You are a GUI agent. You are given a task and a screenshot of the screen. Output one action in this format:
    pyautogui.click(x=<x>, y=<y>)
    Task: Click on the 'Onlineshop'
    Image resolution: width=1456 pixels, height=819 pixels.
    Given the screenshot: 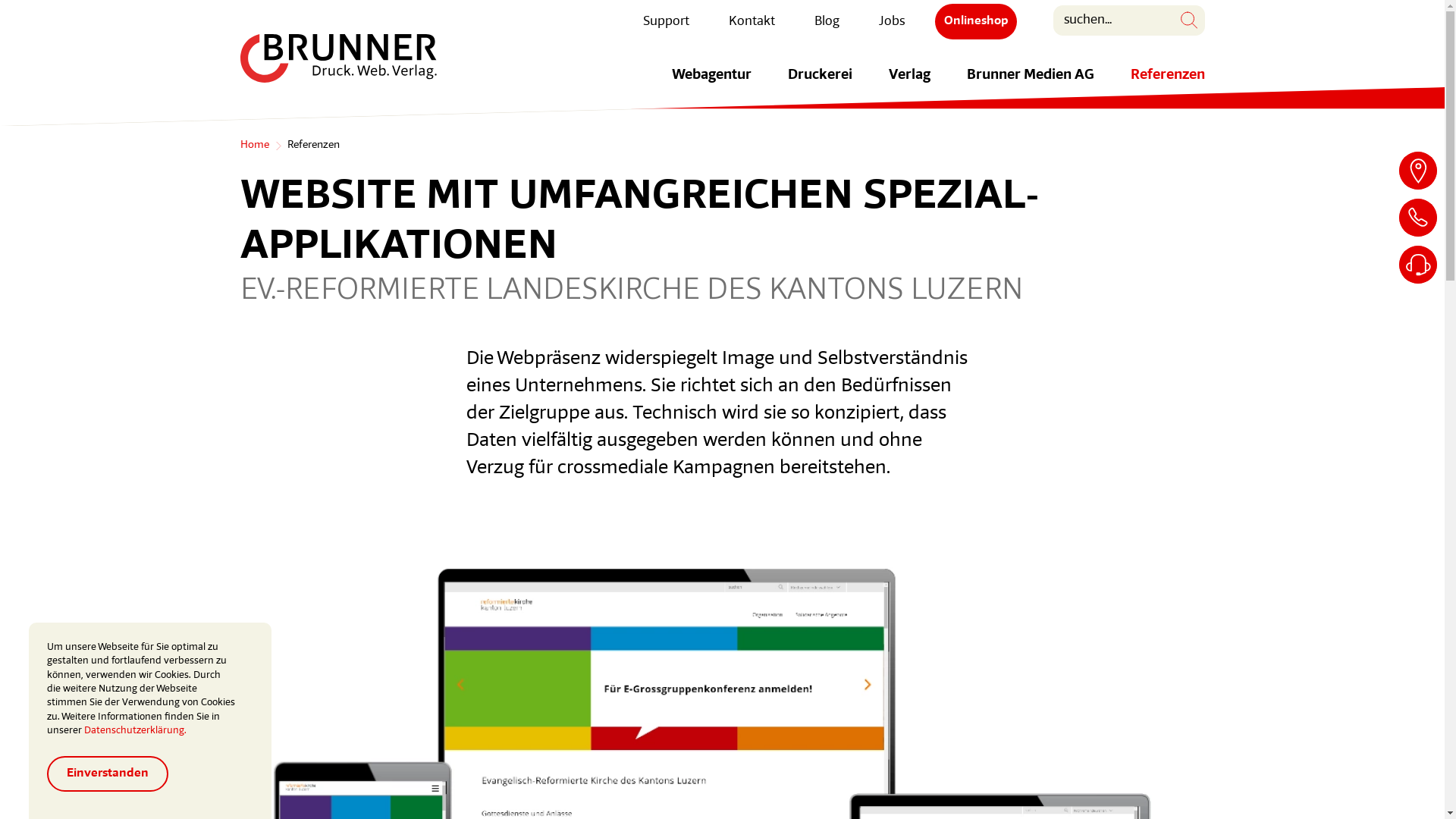 What is the action you would take?
    pyautogui.click(x=975, y=21)
    